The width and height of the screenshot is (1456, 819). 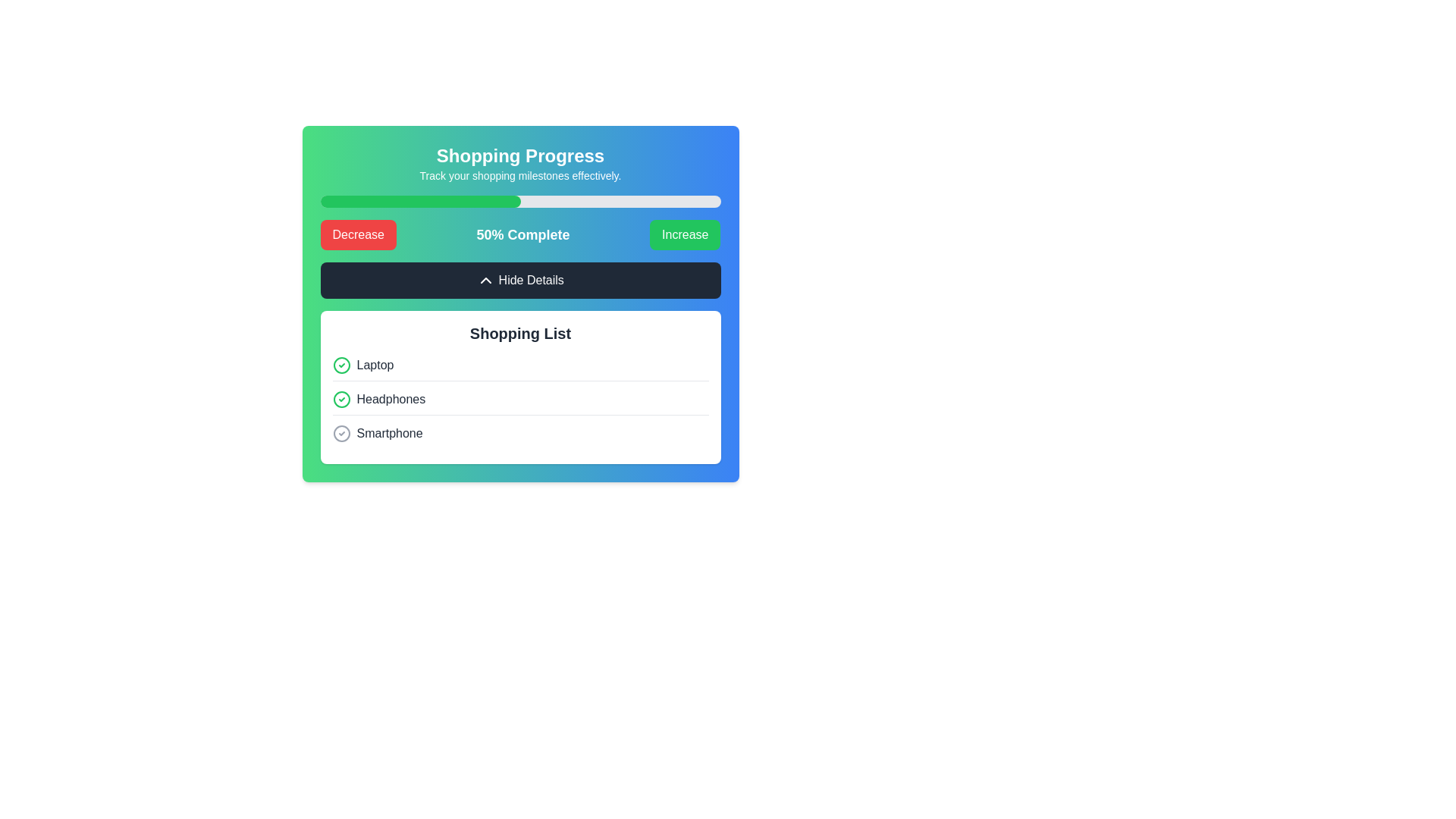 What do you see at coordinates (375, 366) in the screenshot?
I see `the text label positioned in the 'Shopping List' section, to the right of the 'circle-check' icon, which is the first item in the list` at bounding box center [375, 366].